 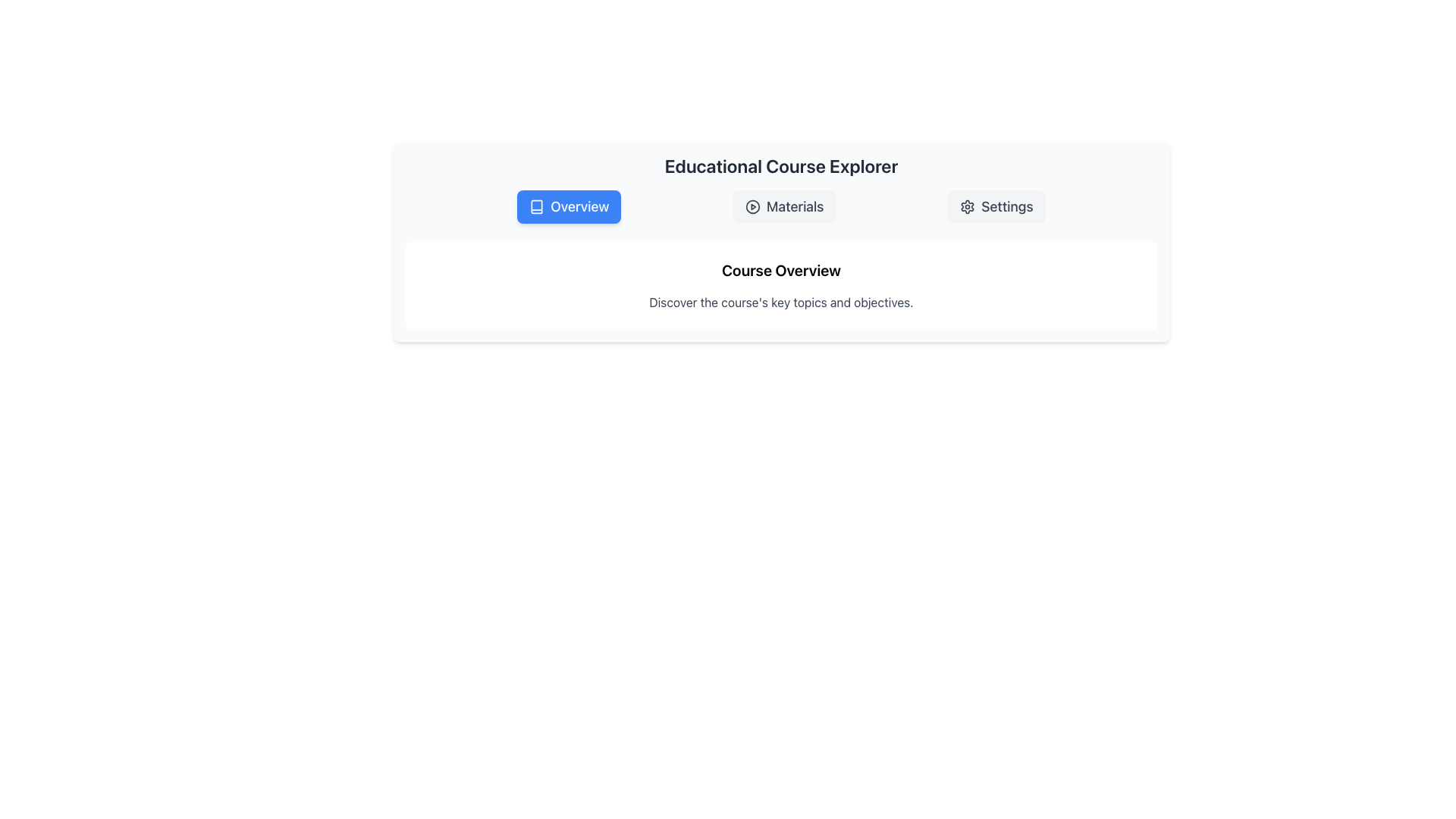 What do you see at coordinates (537, 207) in the screenshot?
I see `the 'Overview' button, which is the first button in a horizontal list of navigation options and is highlighted in blue` at bounding box center [537, 207].